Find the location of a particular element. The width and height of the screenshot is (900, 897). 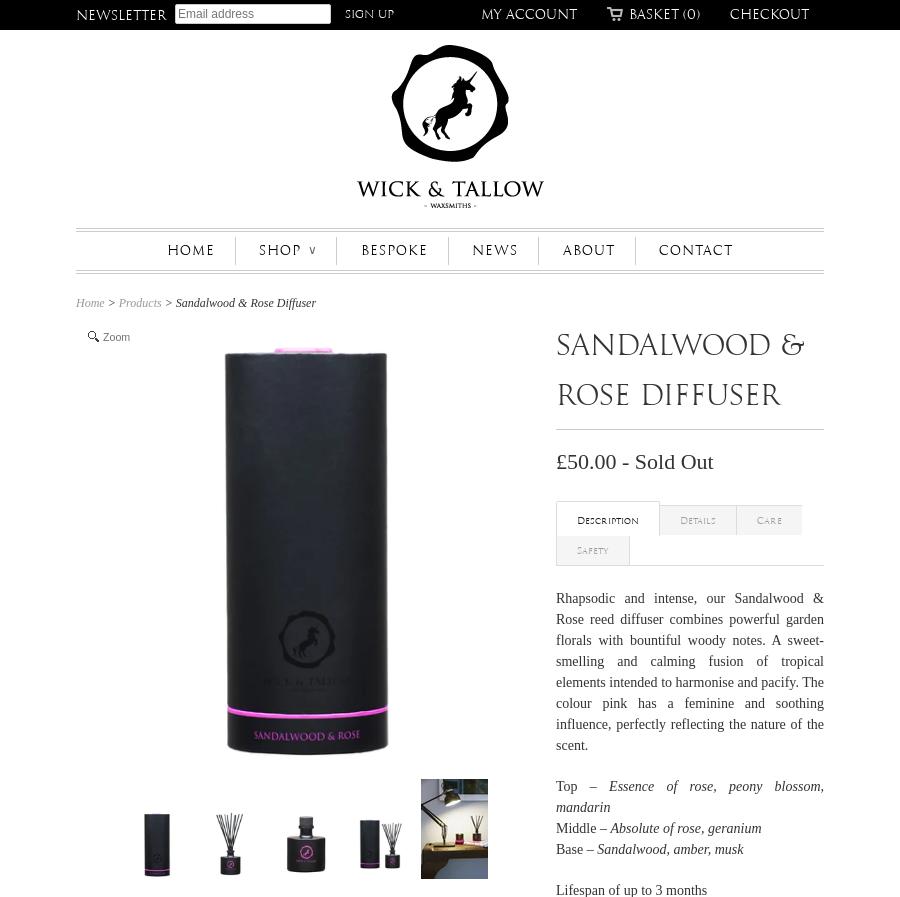

'£50.00 - Sold Out' is located at coordinates (634, 460).